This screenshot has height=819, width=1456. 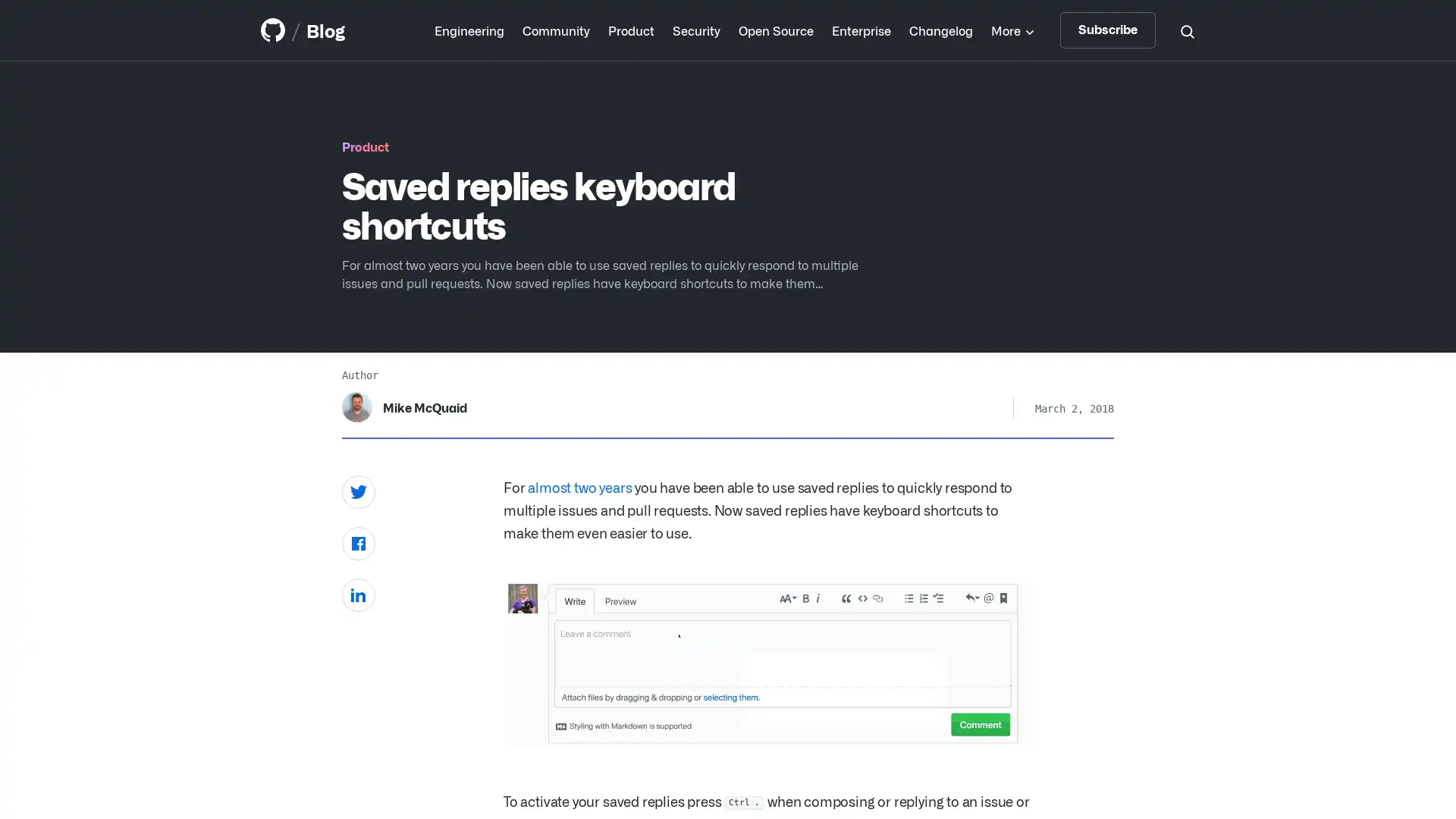 I want to click on More, so click(x=1013, y=29).